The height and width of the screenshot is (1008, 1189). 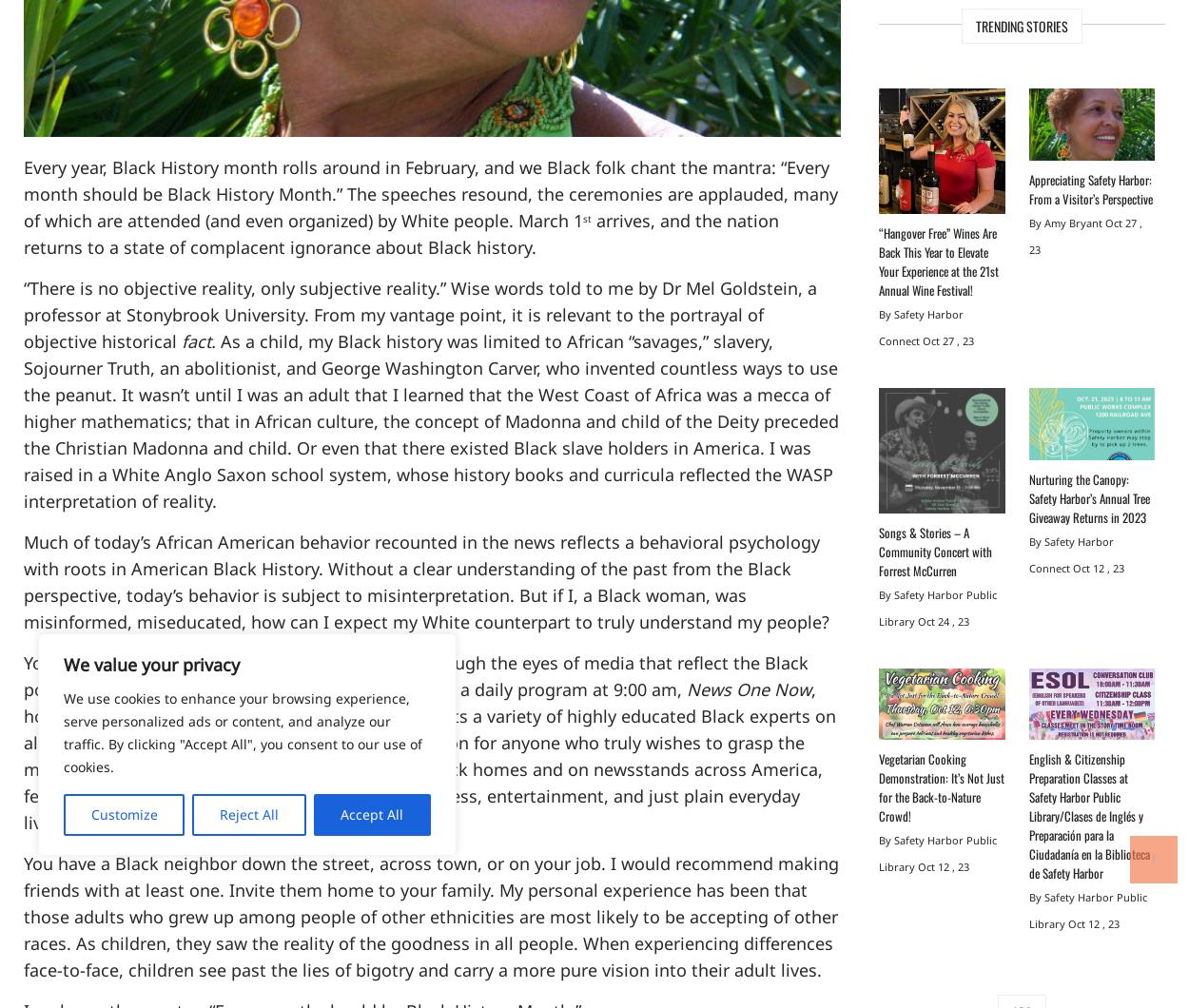 I want to click on '“Hangover Free” Wines Are Back This Year to Elevate Your Experience at the 21st Annual Wine Festival!', so click(x=938, y=261).